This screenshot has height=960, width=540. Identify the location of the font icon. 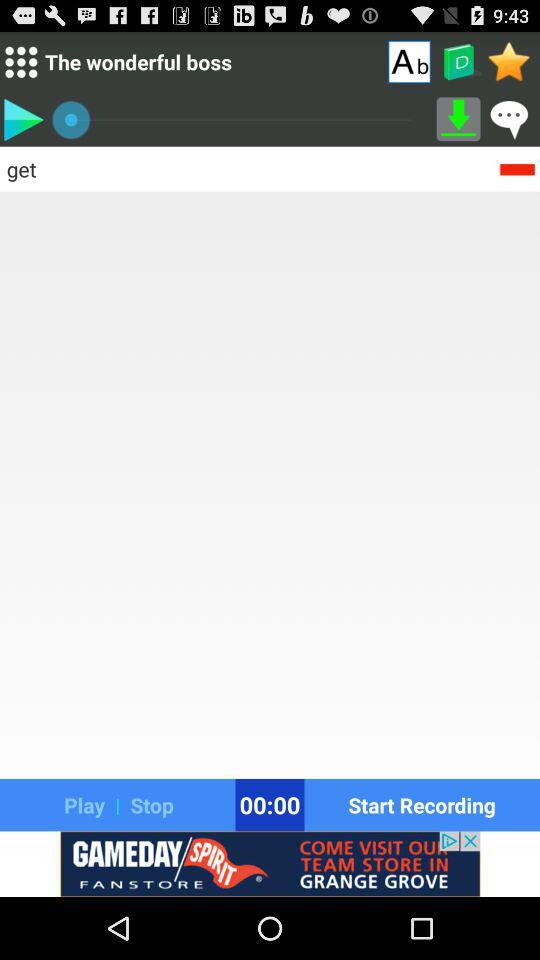
(408, 65).